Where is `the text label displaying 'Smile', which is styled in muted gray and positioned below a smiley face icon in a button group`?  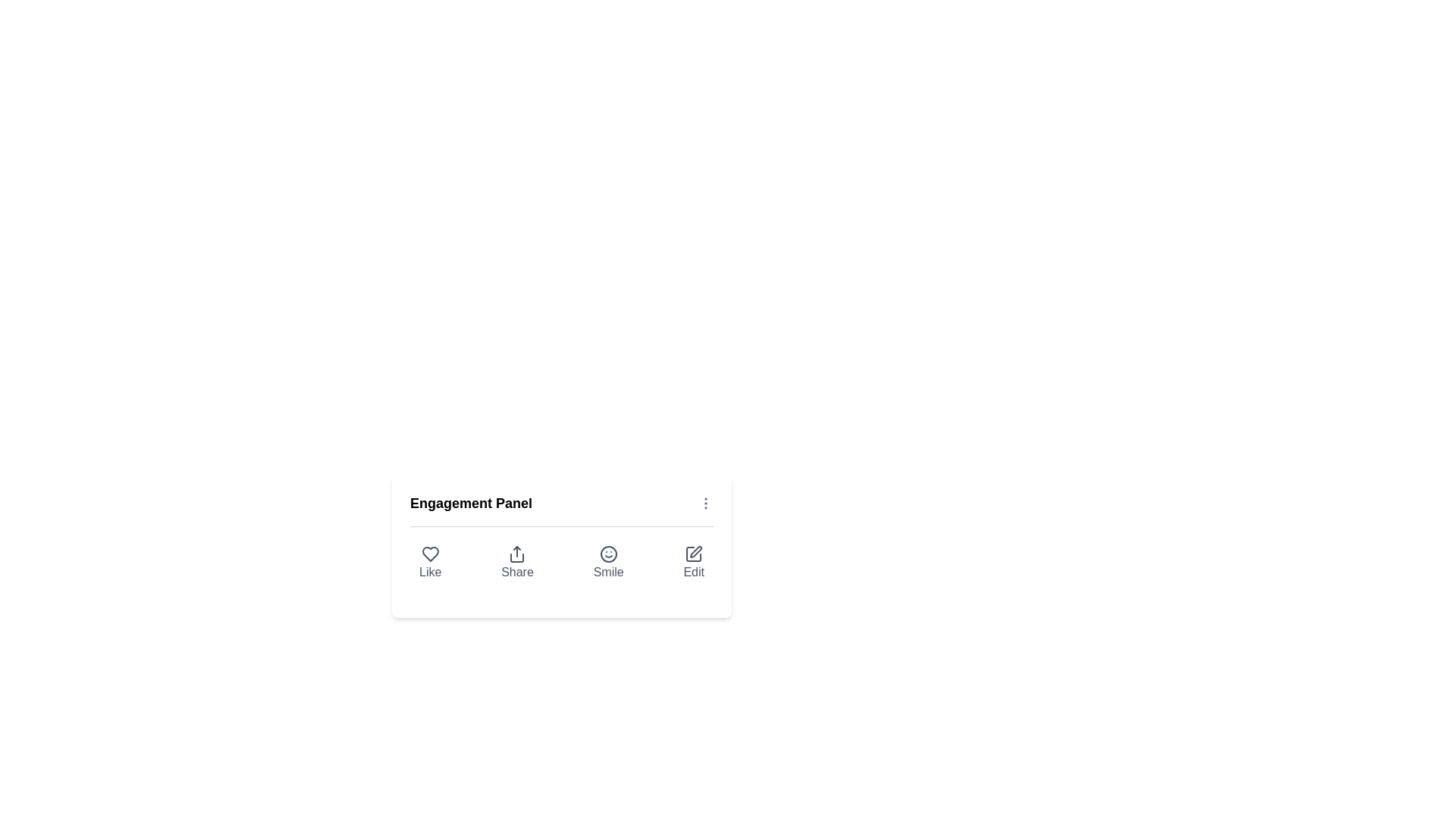 the text label displaying 'Smile', which is styled in muted gray and positioned below a smiley face icon in a button group is located at coordinates (608, 573).